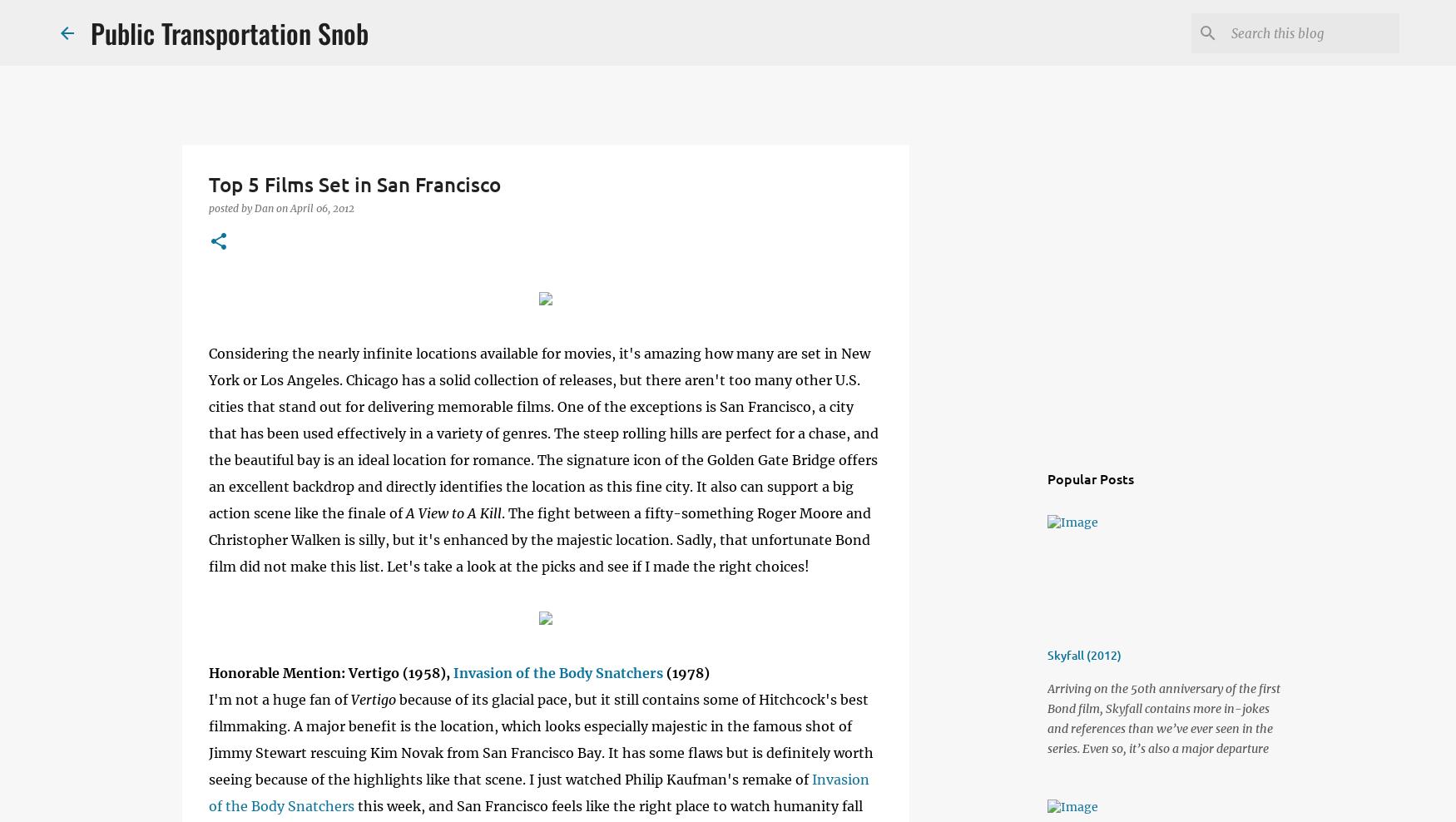  Describe the element at coordinates (374, 699) in the screenshot. I see `'Vertigo'` at that location.